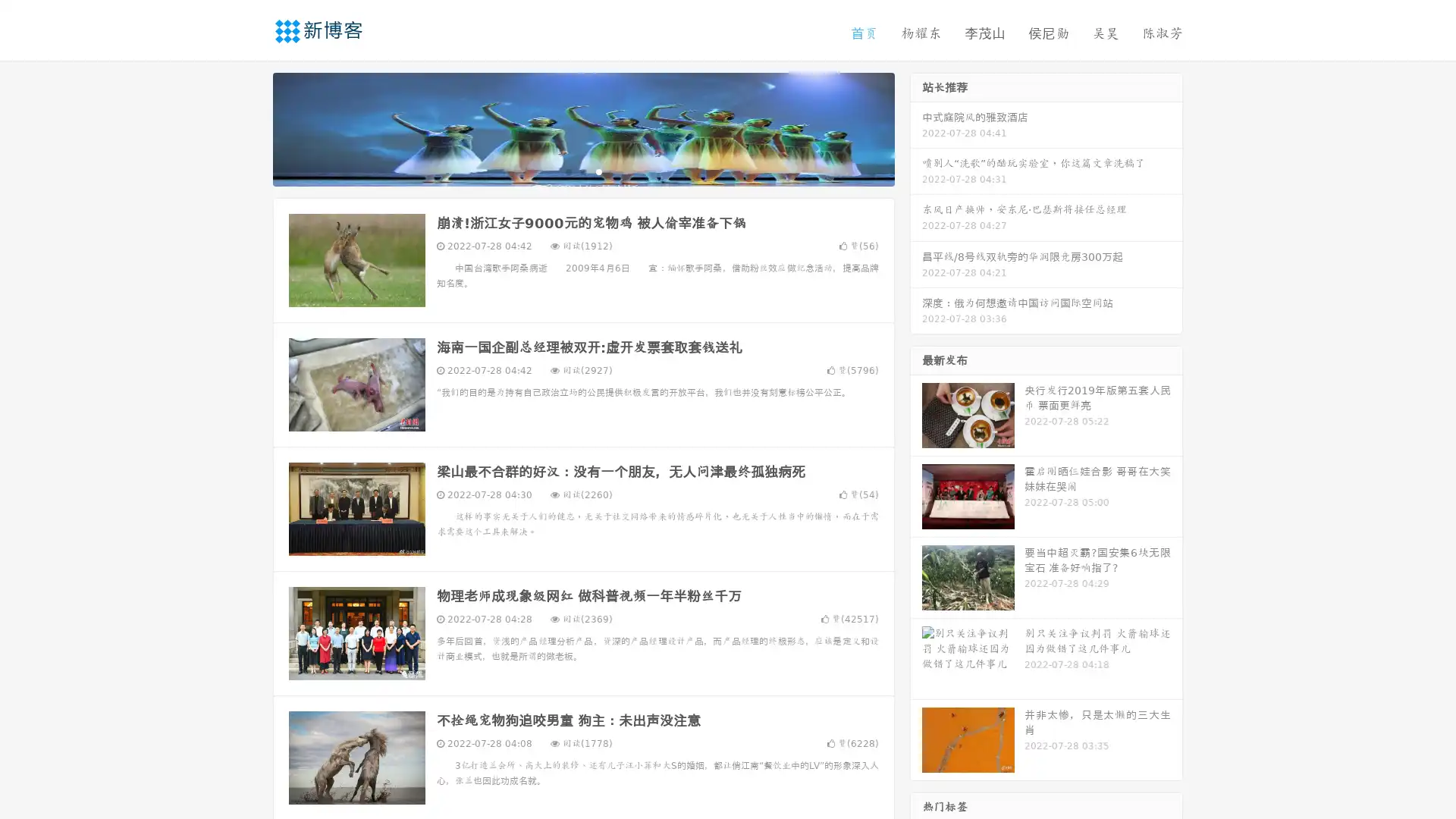 The image size is (1456, 819). Describe the element at coordinates (916, 127) in the screenshot. I see `Next slide` at that location.